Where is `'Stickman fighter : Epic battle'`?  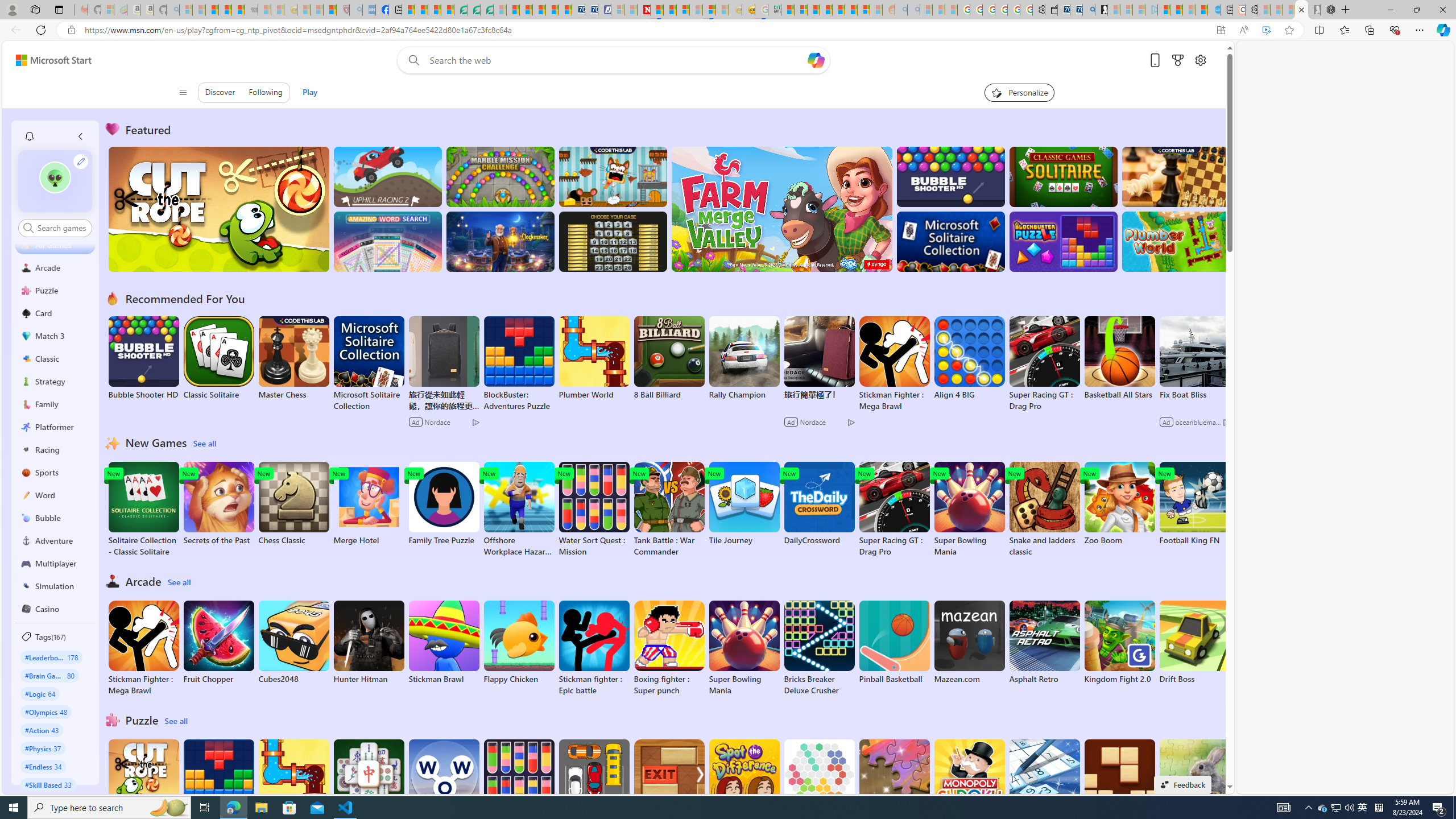
'Stickman fighter : Epic battle' is located at coordinates (593, 647).